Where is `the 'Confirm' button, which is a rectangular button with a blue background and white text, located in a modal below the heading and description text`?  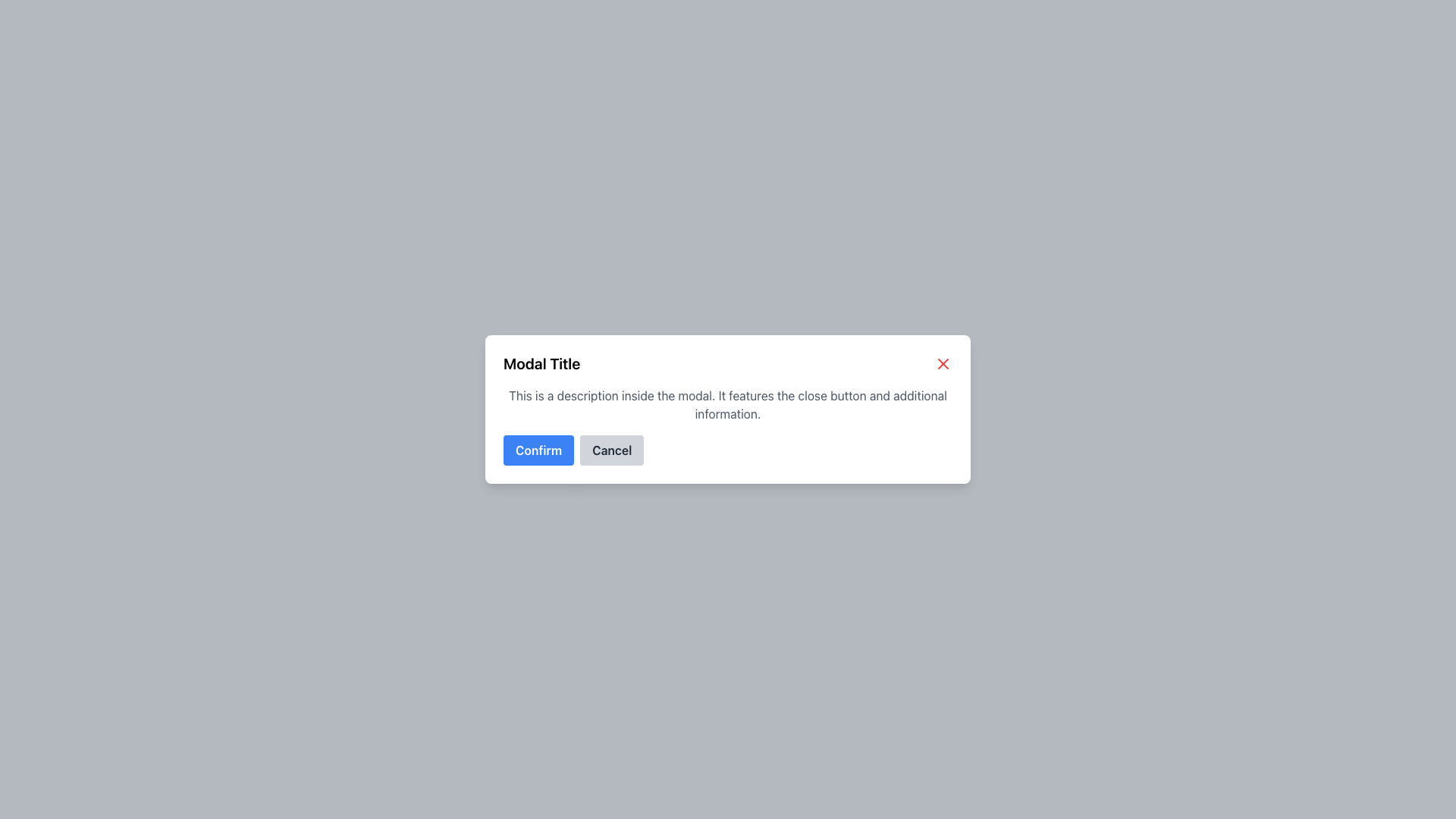 the 'Confirm' button, which is a rectangular button with a blue background and white text, located in a modal below the heading and description text is located at coordinates (538, 450).